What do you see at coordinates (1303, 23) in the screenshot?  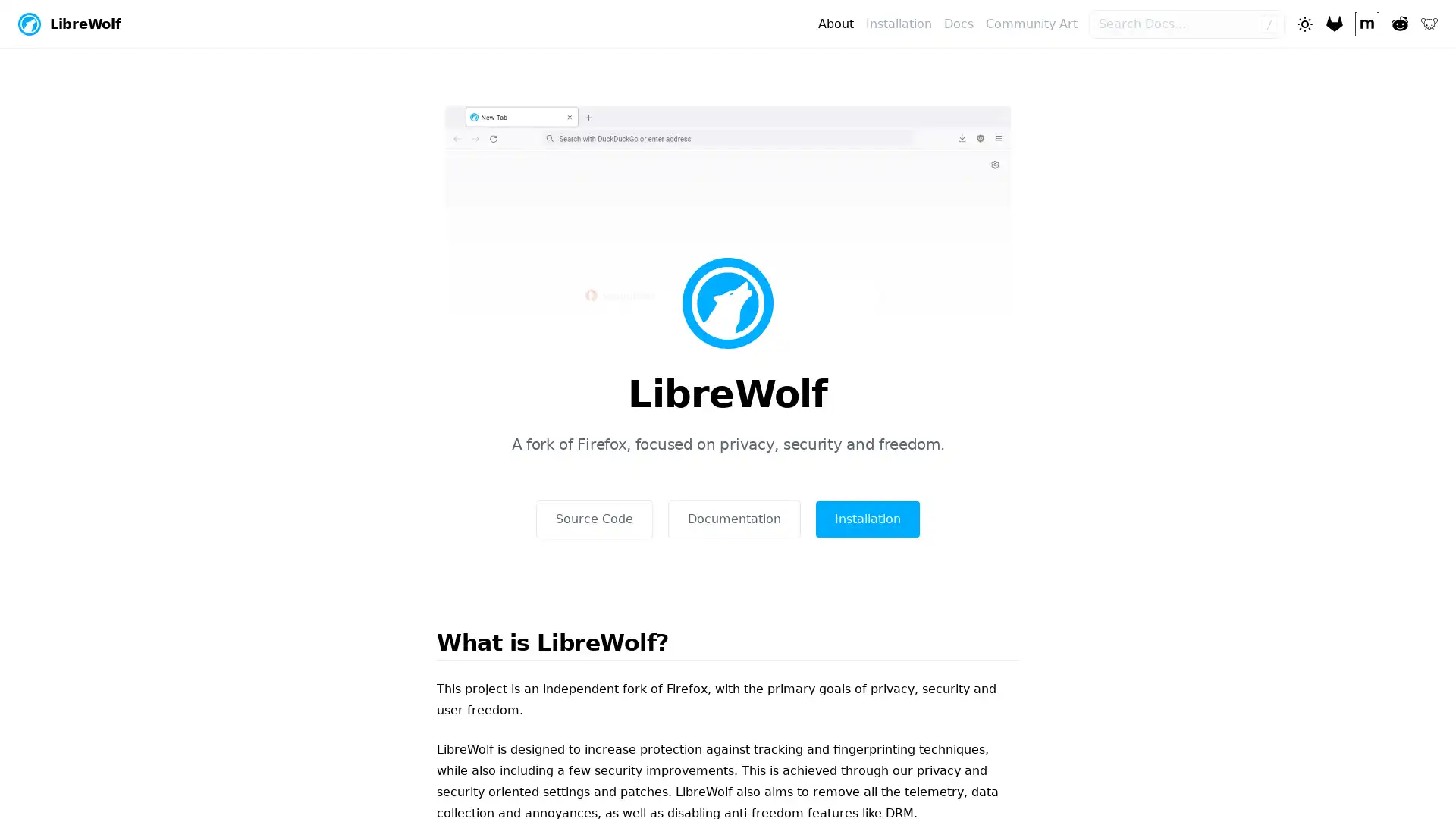 I see `Toggle theme` at bounding box center [1303, 23].